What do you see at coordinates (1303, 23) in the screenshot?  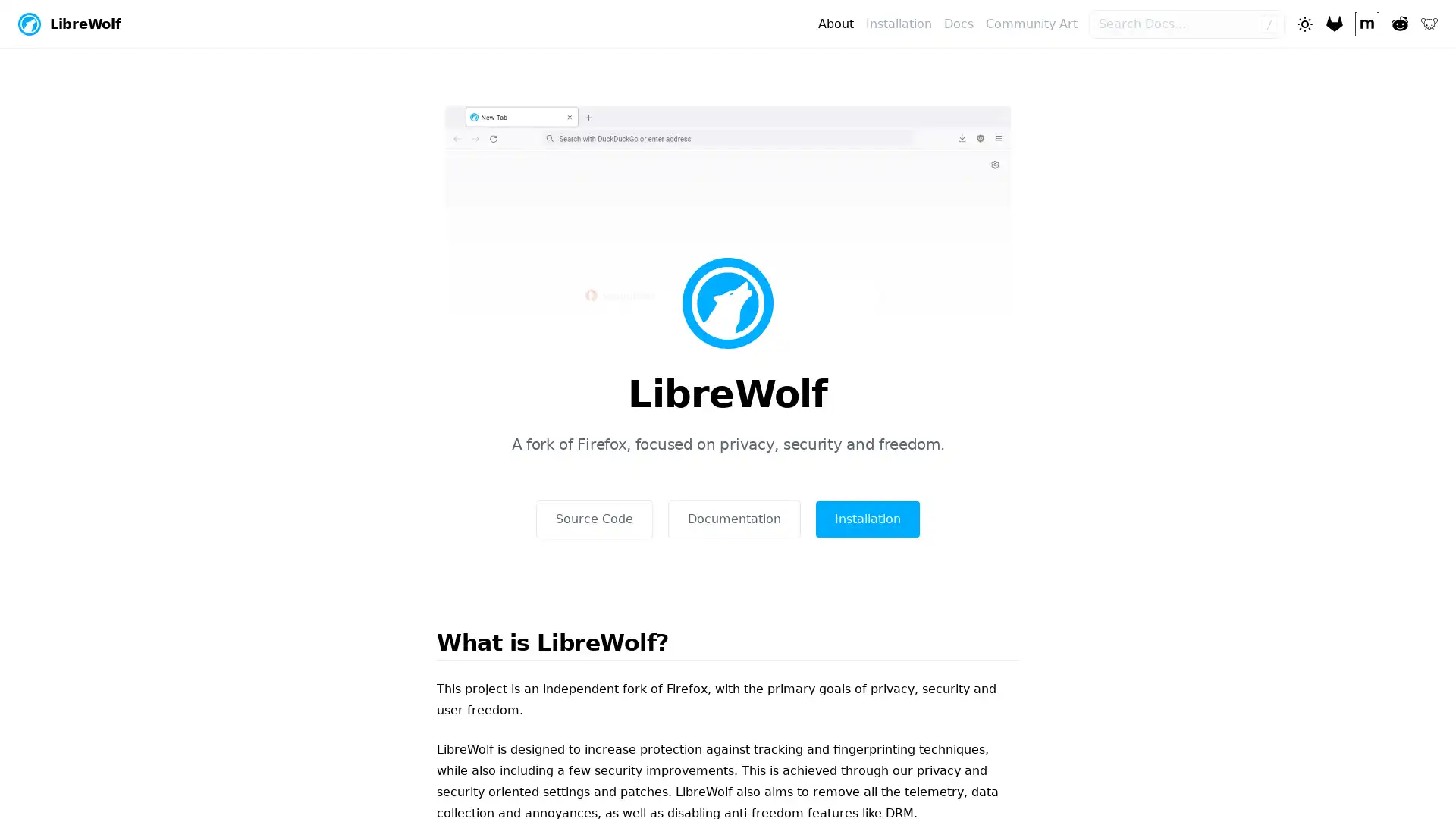 I see `Toggle theme` at bounding box center [1303, 23].